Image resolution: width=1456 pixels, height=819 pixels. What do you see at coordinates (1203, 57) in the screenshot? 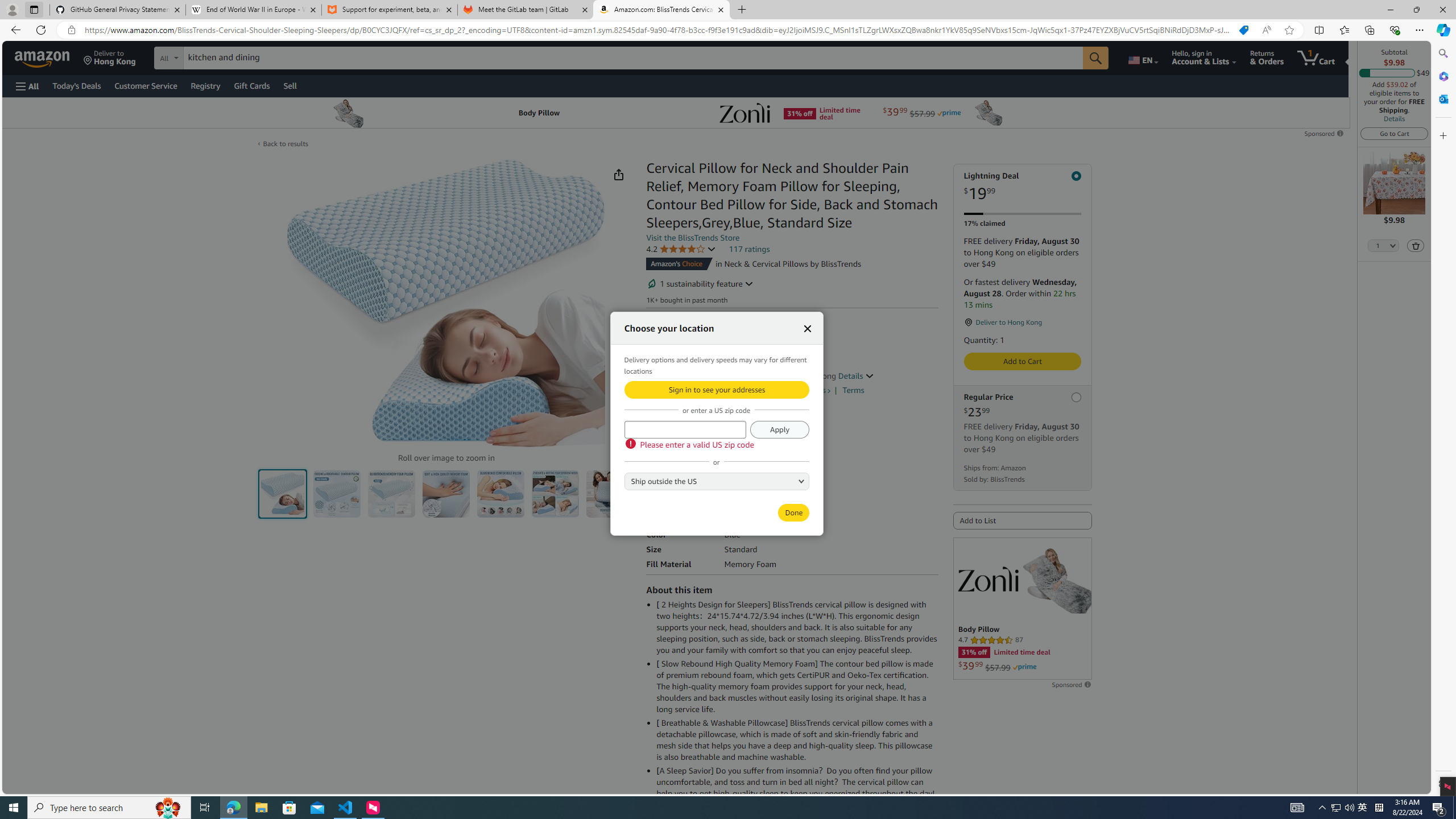
I see `'Hello, sign in Account & Lists'` at bounding box center [1203, 57].